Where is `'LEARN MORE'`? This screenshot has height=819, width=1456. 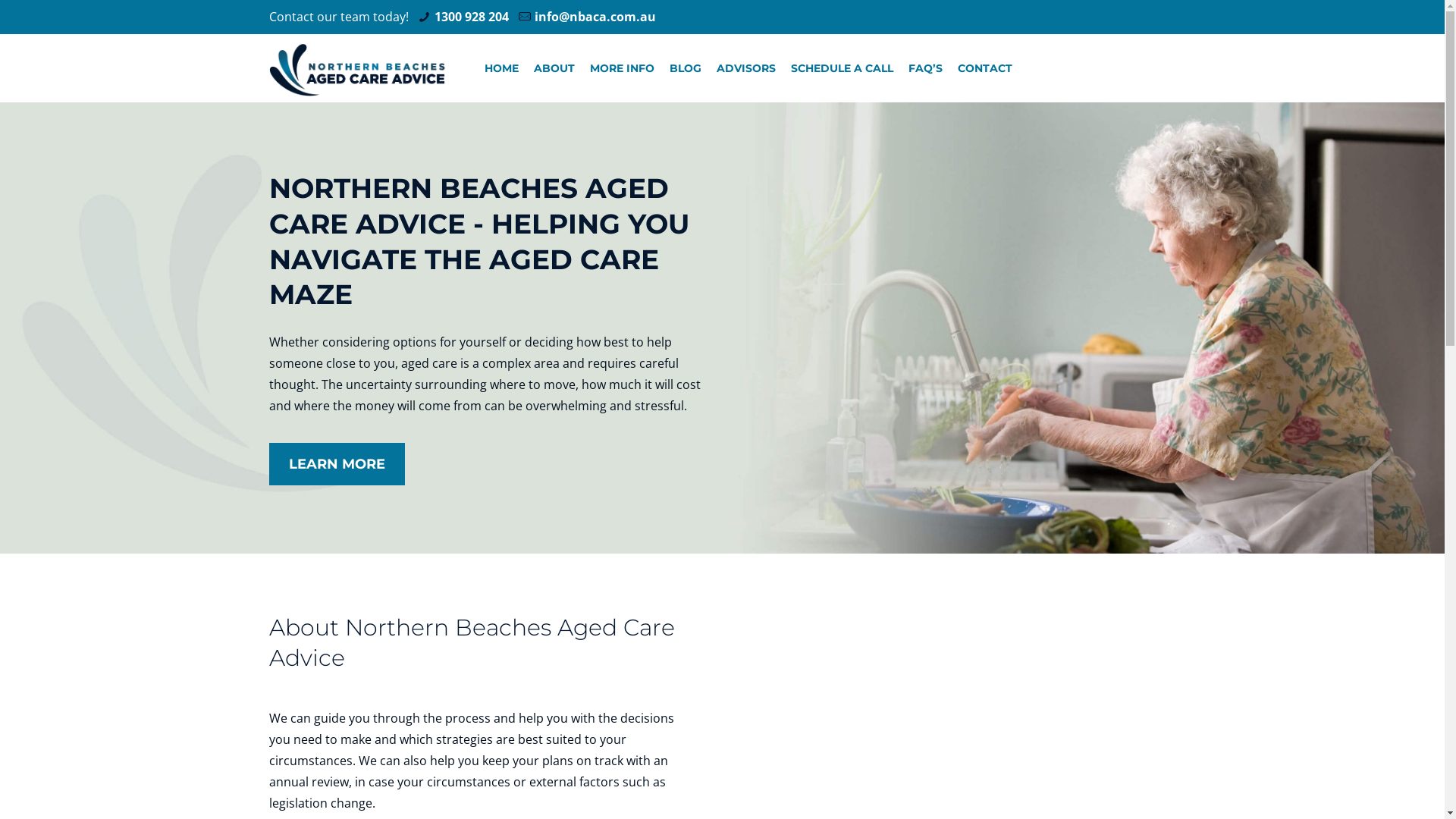 'LEARN MORE' is located at coordinates (336, 463).